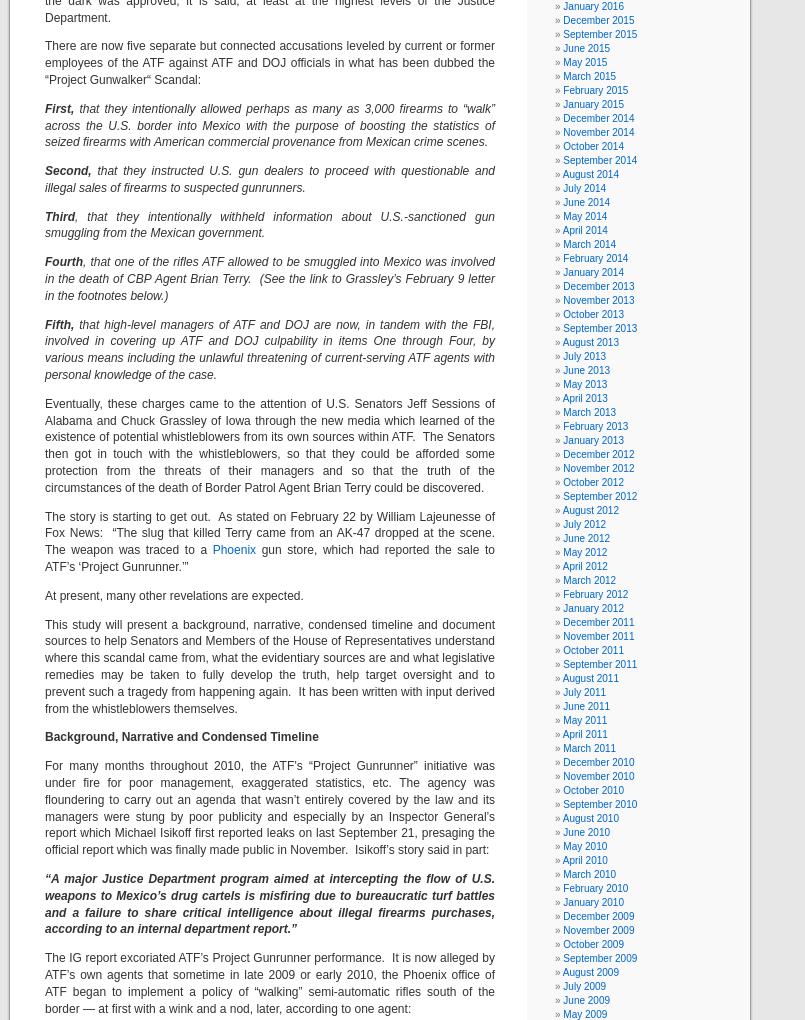  What do you see at coordinates (562, 328) in the screenshot?
I see `'September 2013'` at bounding box center [562, 328].